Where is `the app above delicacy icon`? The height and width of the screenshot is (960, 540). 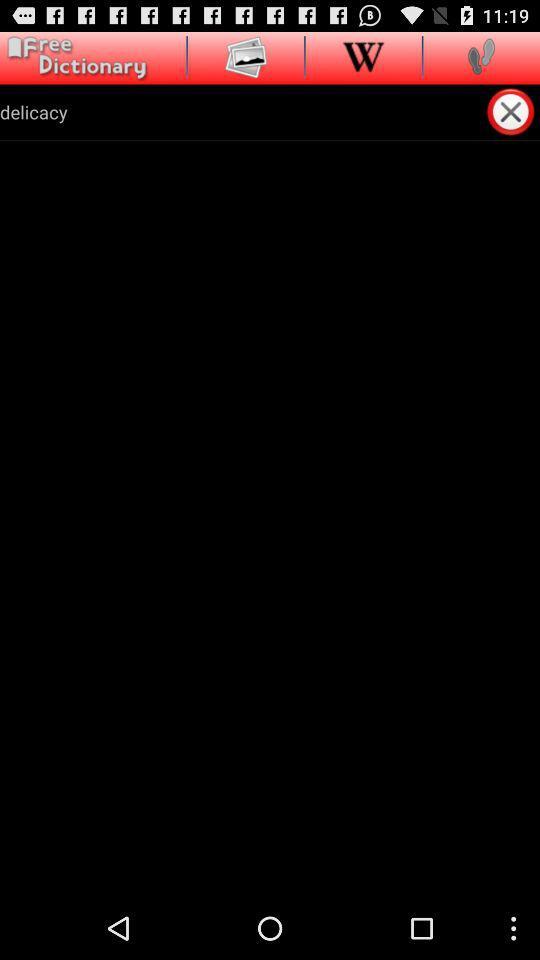
the app above delicacy icon is located at coordinates (362, 55).